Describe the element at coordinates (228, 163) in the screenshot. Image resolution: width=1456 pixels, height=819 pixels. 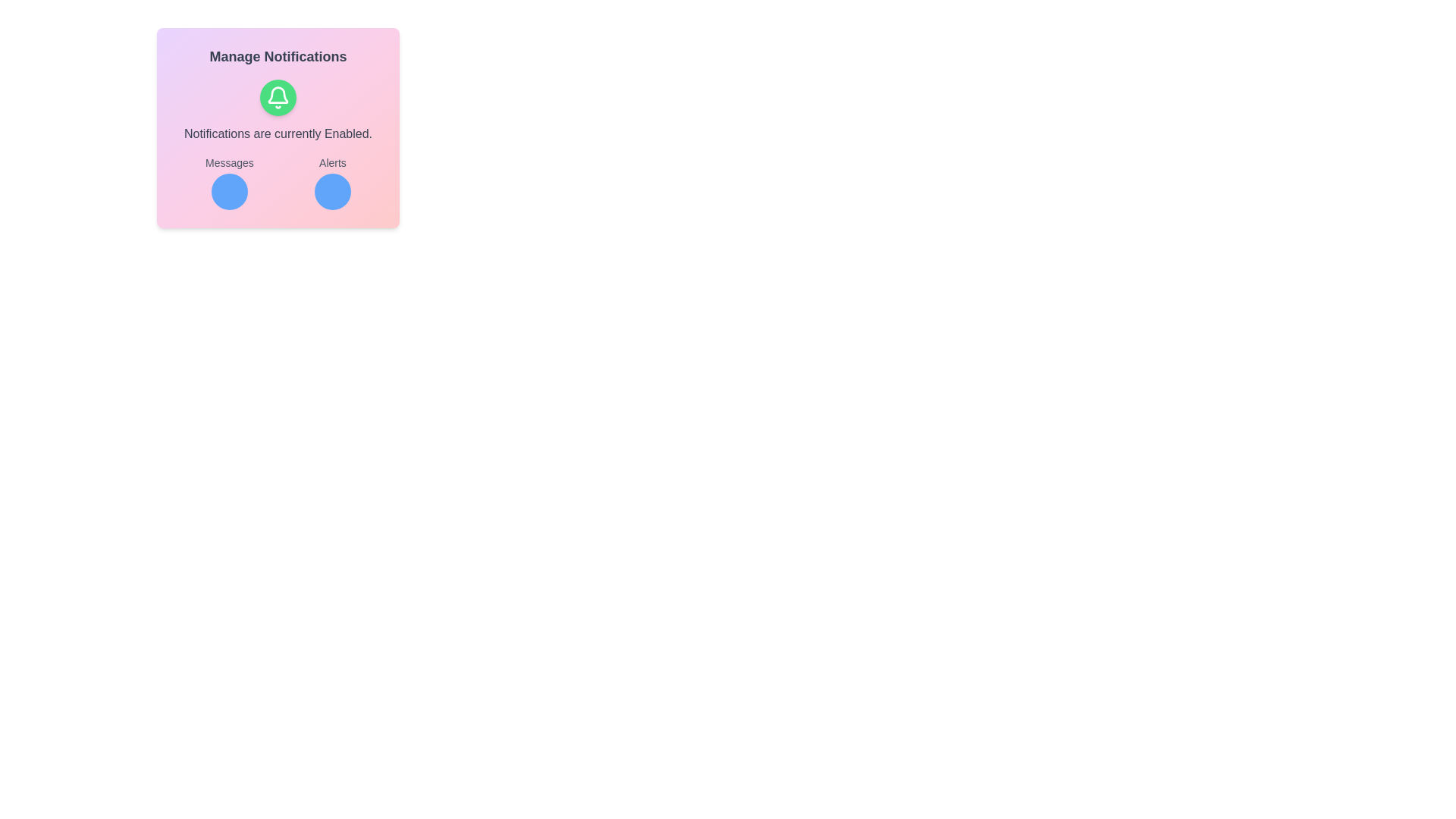
I see `the text label displaying 'Messages', which is styled in a bold font on a light pink background, located above a blue circular button` at that location.